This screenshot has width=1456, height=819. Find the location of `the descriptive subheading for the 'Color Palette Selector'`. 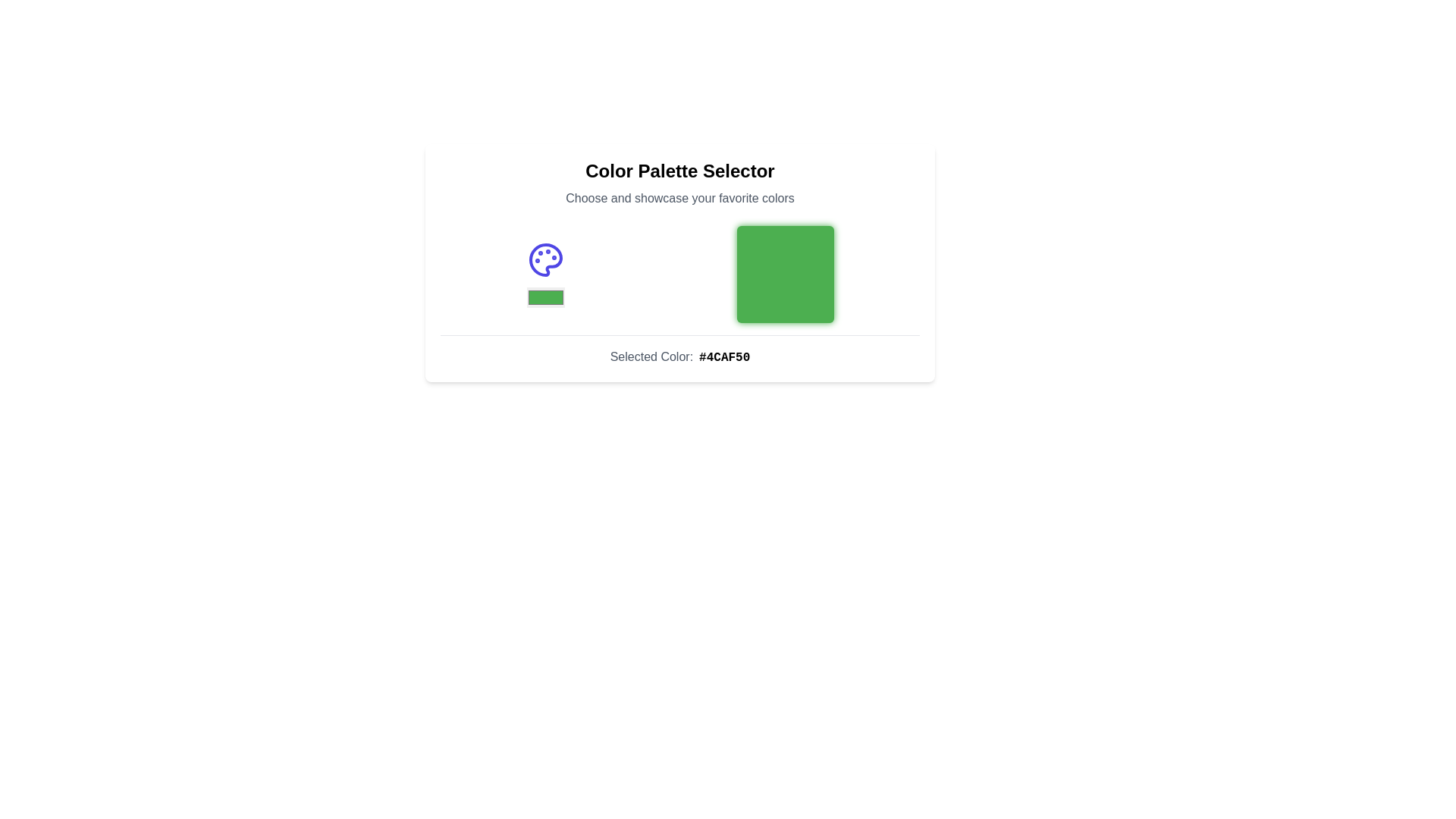

the descriptive subheading for the 'Color Palette Selector' is located at coordinates (679, 198).